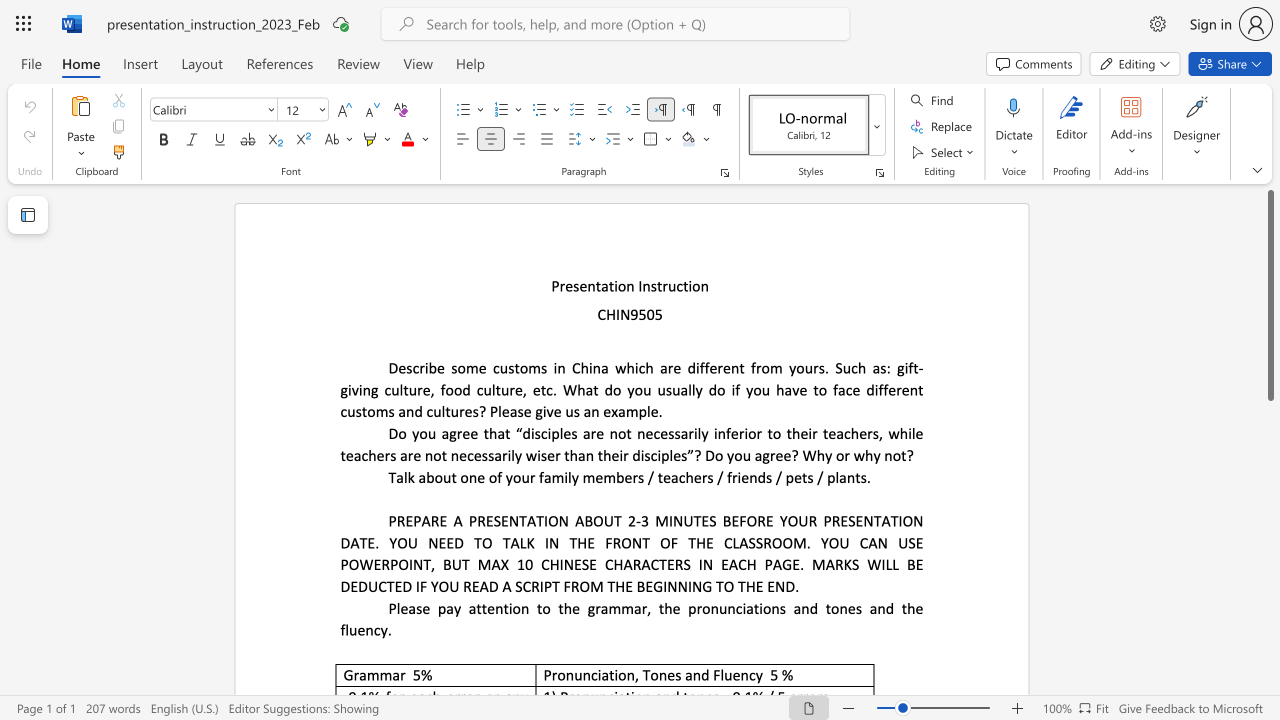  I want to click on the scrollbar to move the content lower, so click(1269, 670).